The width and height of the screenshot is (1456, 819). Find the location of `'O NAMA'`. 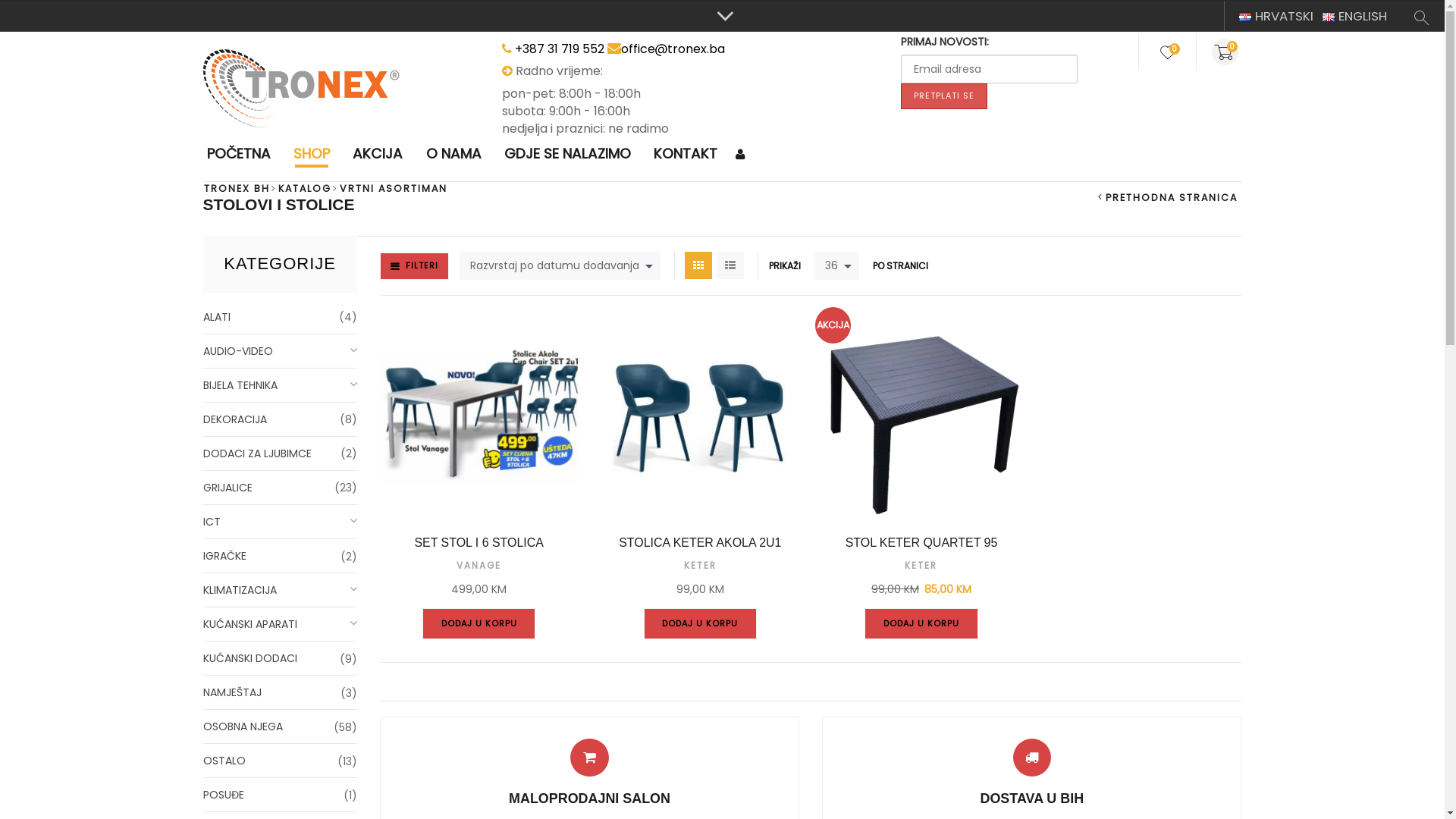

'O NAMA' is located at coordinates (453, 154).